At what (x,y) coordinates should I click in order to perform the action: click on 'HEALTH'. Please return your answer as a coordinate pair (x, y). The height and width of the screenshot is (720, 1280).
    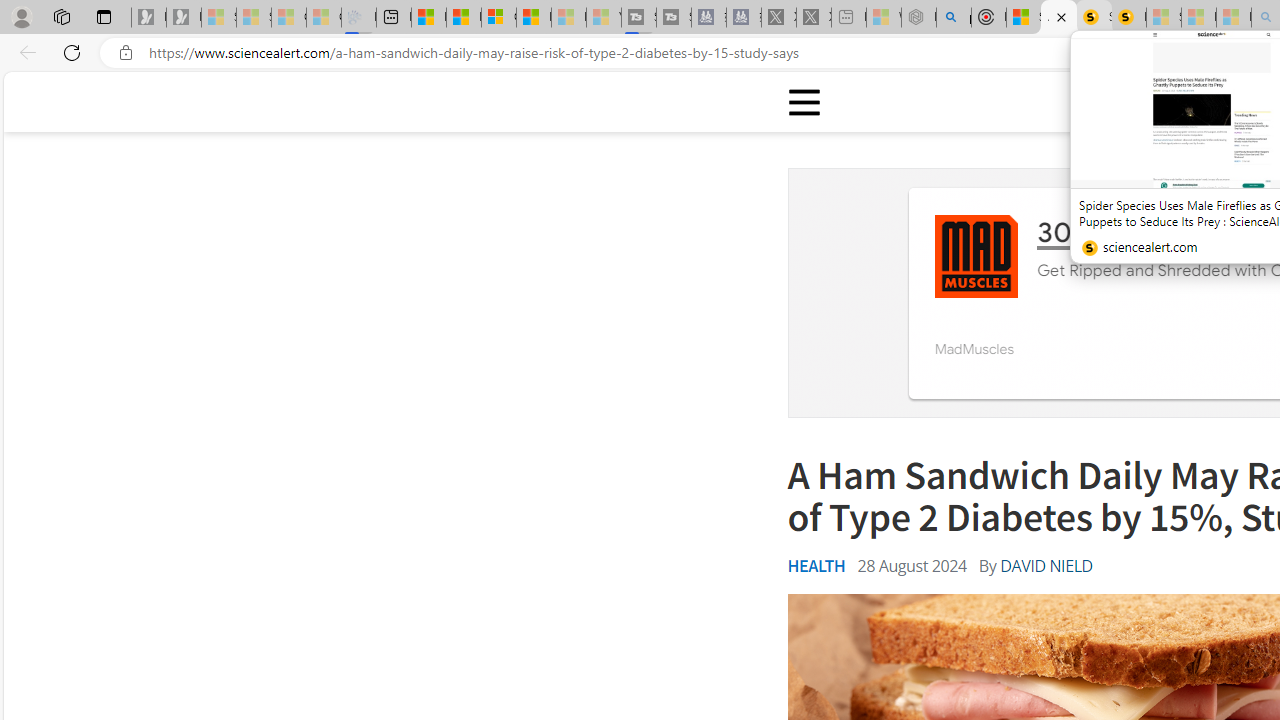
    Looking at the image, I should click on (816, 565).